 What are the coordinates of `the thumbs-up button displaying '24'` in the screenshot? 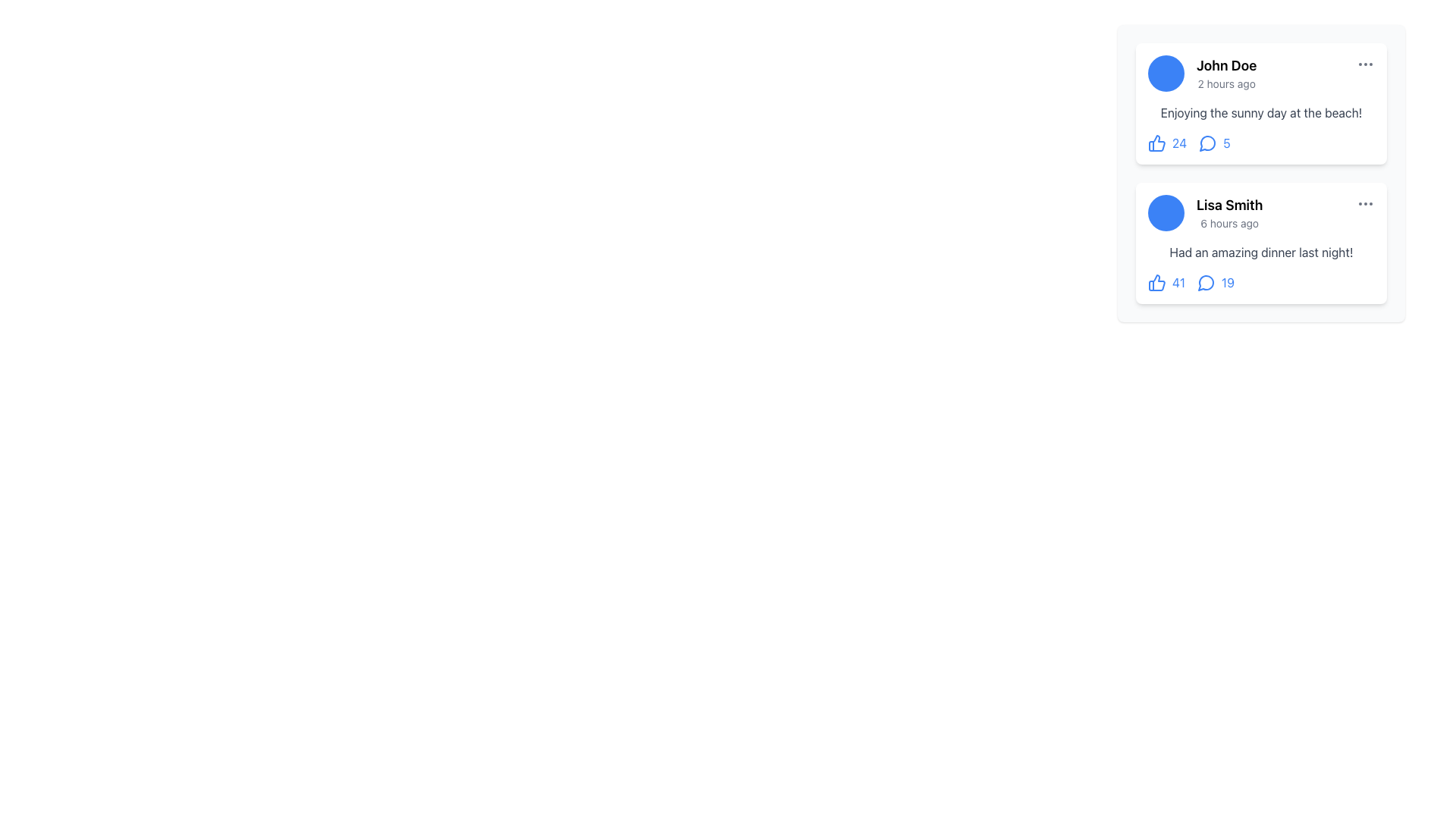 It's located at (1166, 143).